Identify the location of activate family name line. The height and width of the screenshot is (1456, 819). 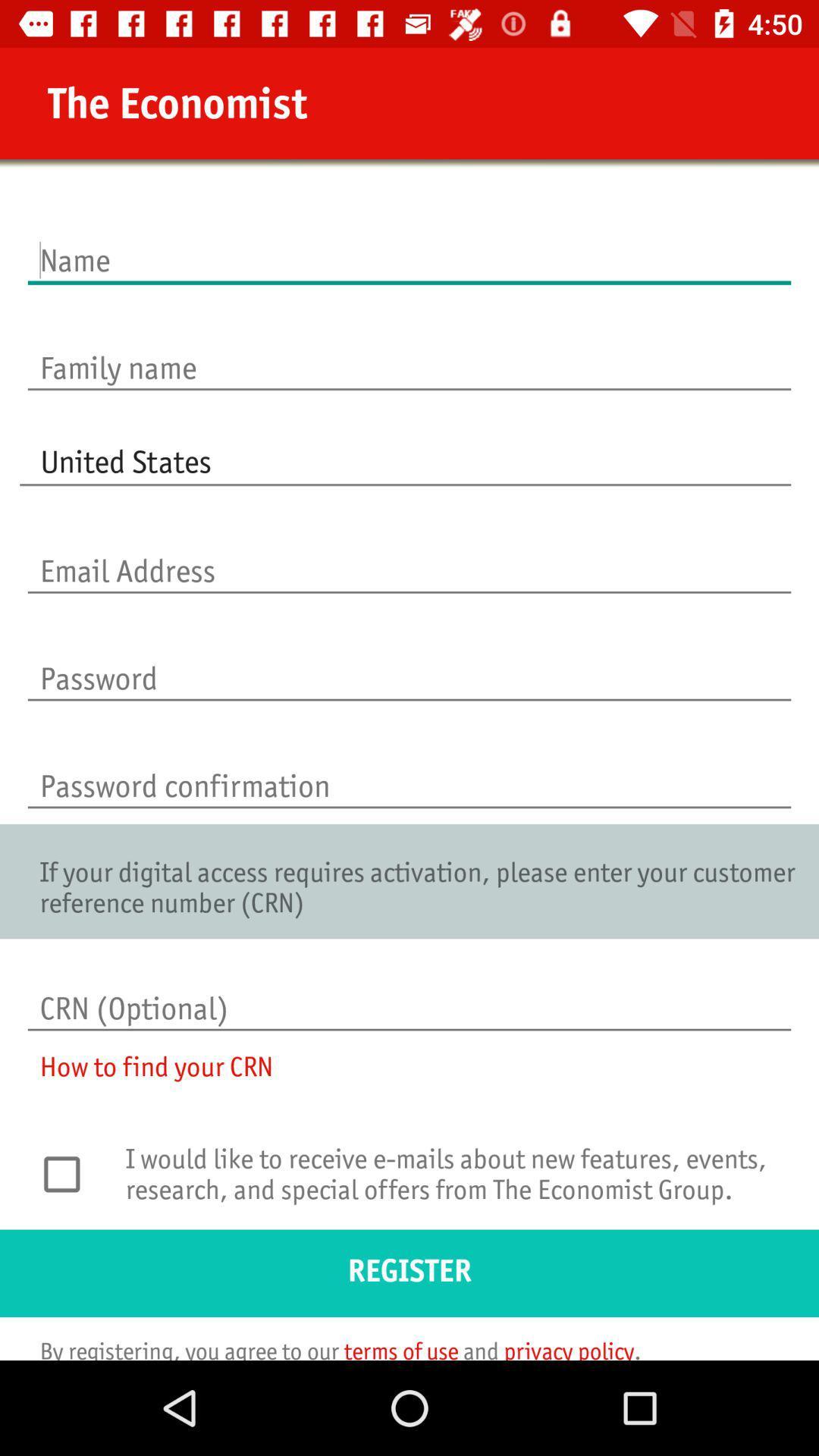
(409, 351).